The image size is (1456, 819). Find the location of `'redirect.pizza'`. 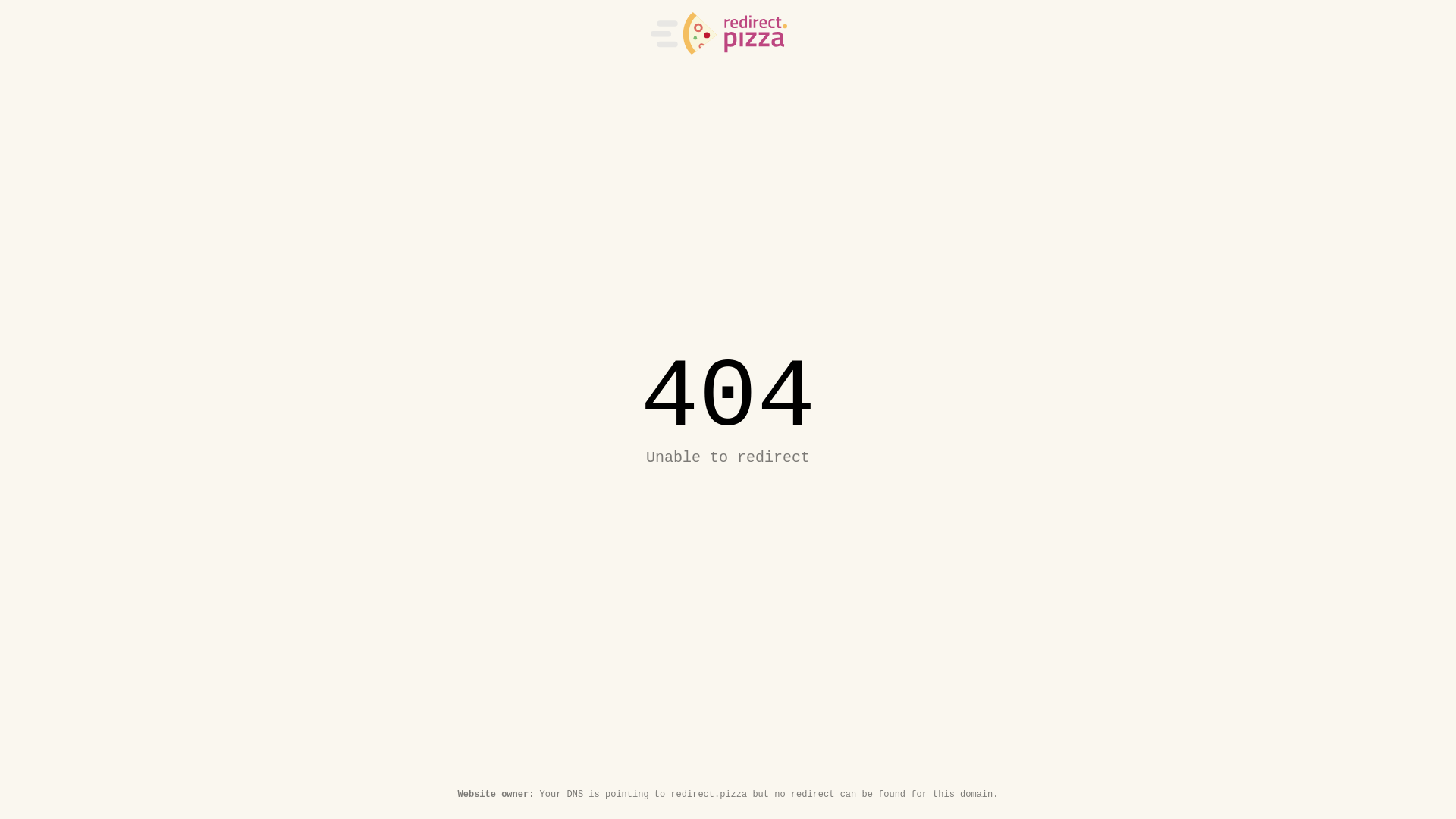

'redirect.pizza' is located at coordinates (718, 33).